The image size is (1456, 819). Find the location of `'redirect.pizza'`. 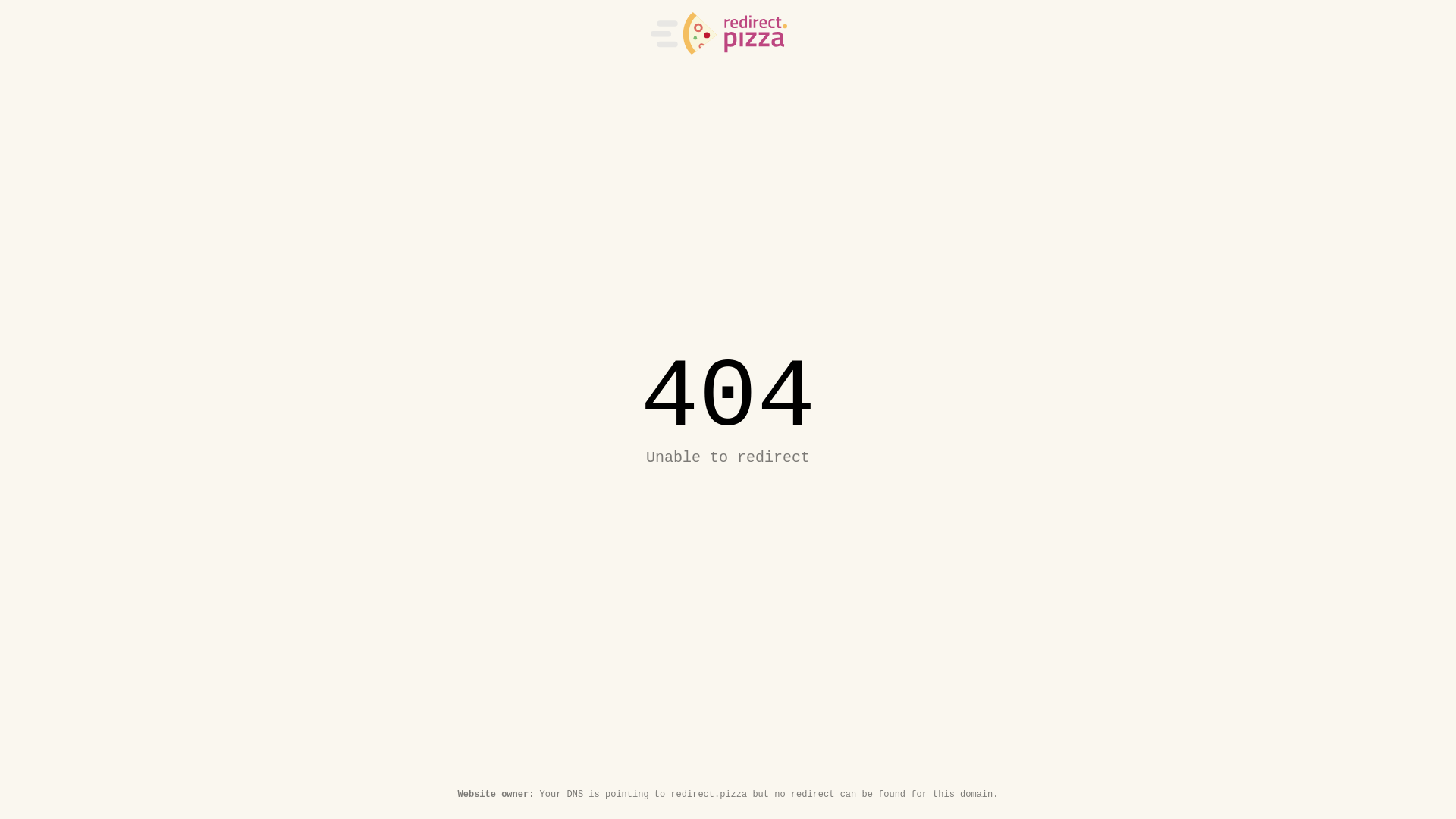

'redirect.pizza' is located at coordinates (718, 33).